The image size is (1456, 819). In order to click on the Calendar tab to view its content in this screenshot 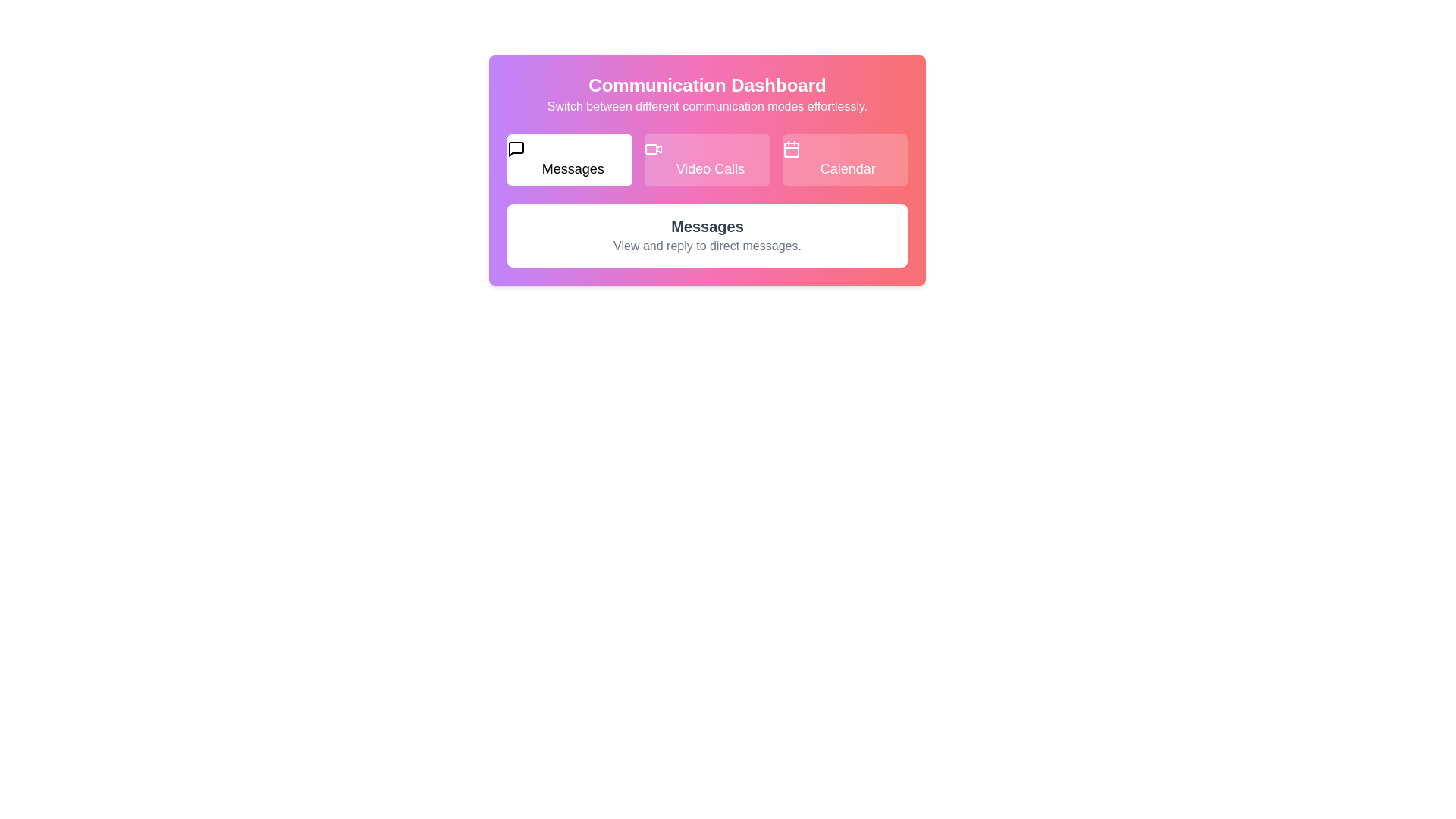, I will do `click(843, 160)`.